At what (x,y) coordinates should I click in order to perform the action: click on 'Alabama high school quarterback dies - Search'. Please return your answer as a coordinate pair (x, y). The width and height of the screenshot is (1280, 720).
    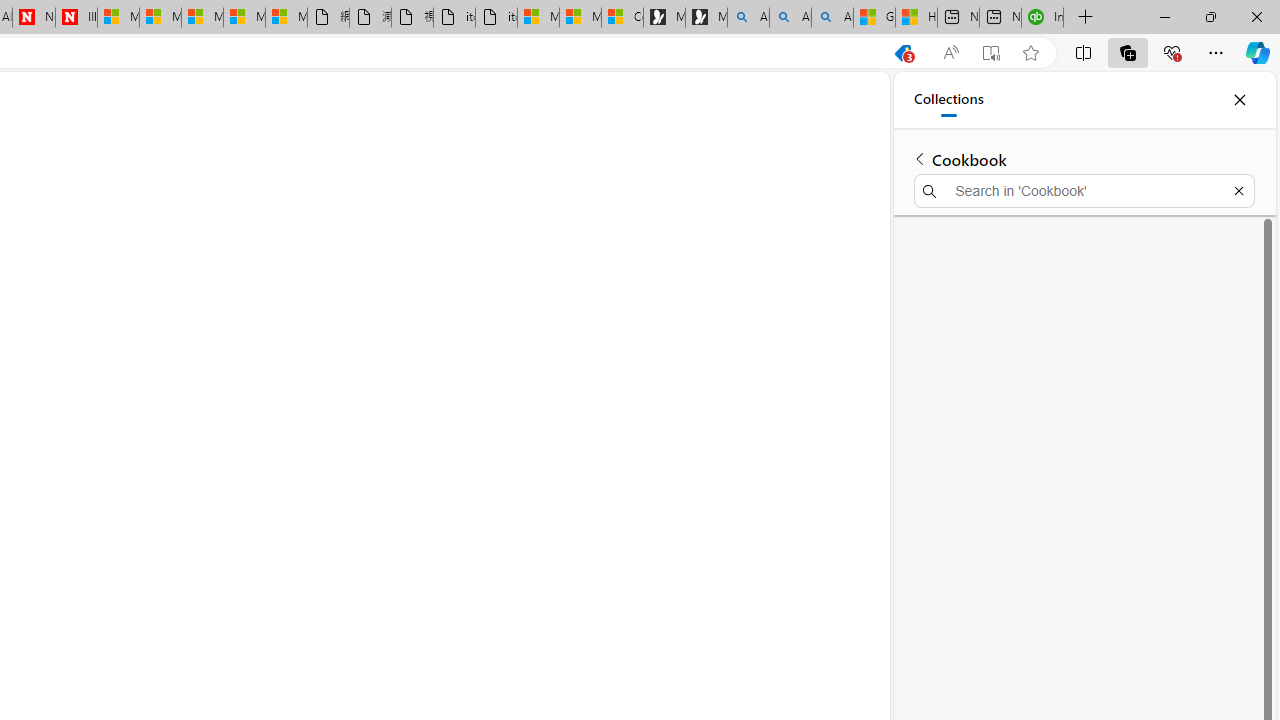
    Looking at the image, I should click on (747, 17).